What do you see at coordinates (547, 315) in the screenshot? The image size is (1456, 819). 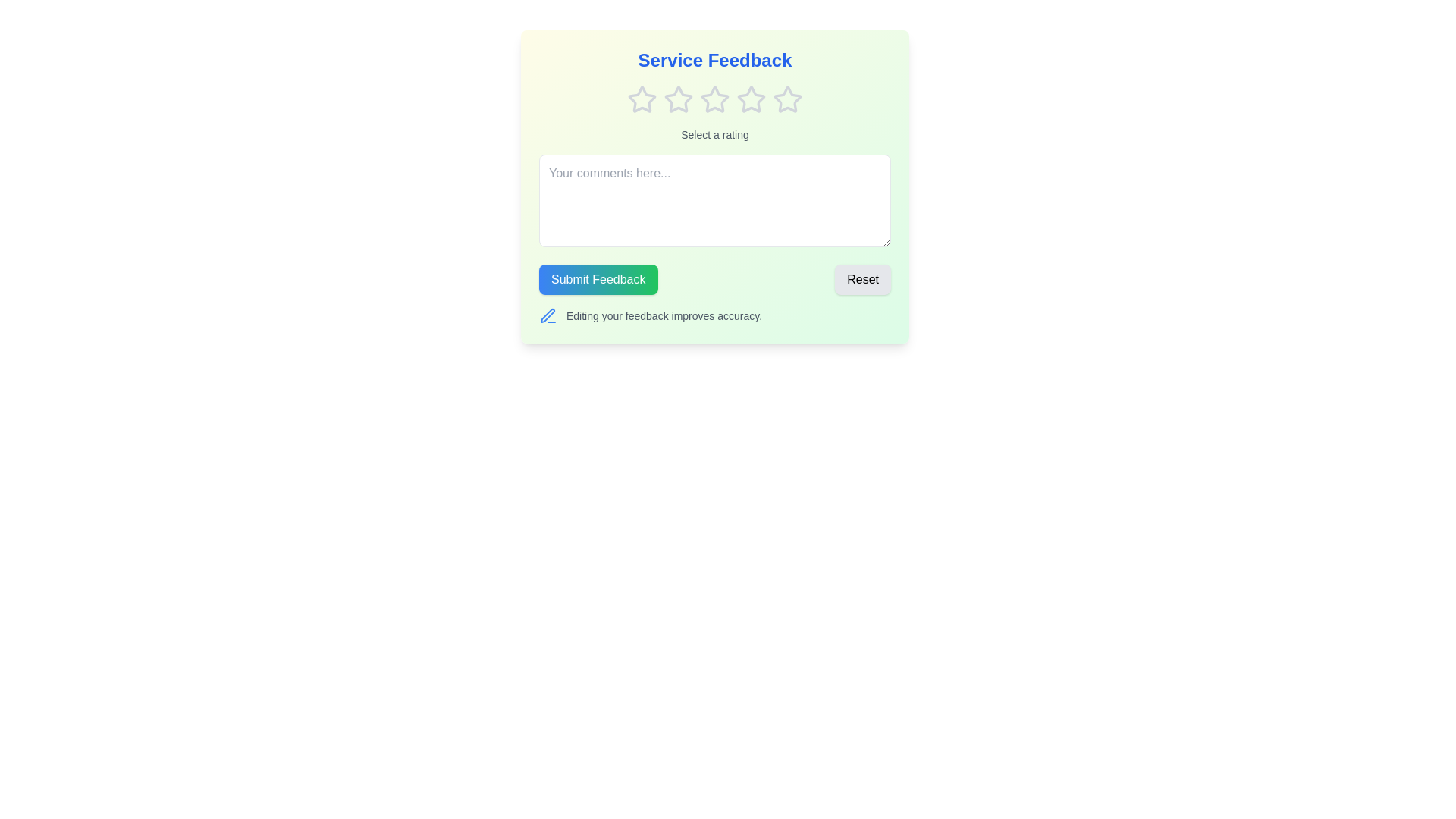 I see `the blue pen icon located at the bottom left section of the service feedback card interface` at bounding box center [547, 315].